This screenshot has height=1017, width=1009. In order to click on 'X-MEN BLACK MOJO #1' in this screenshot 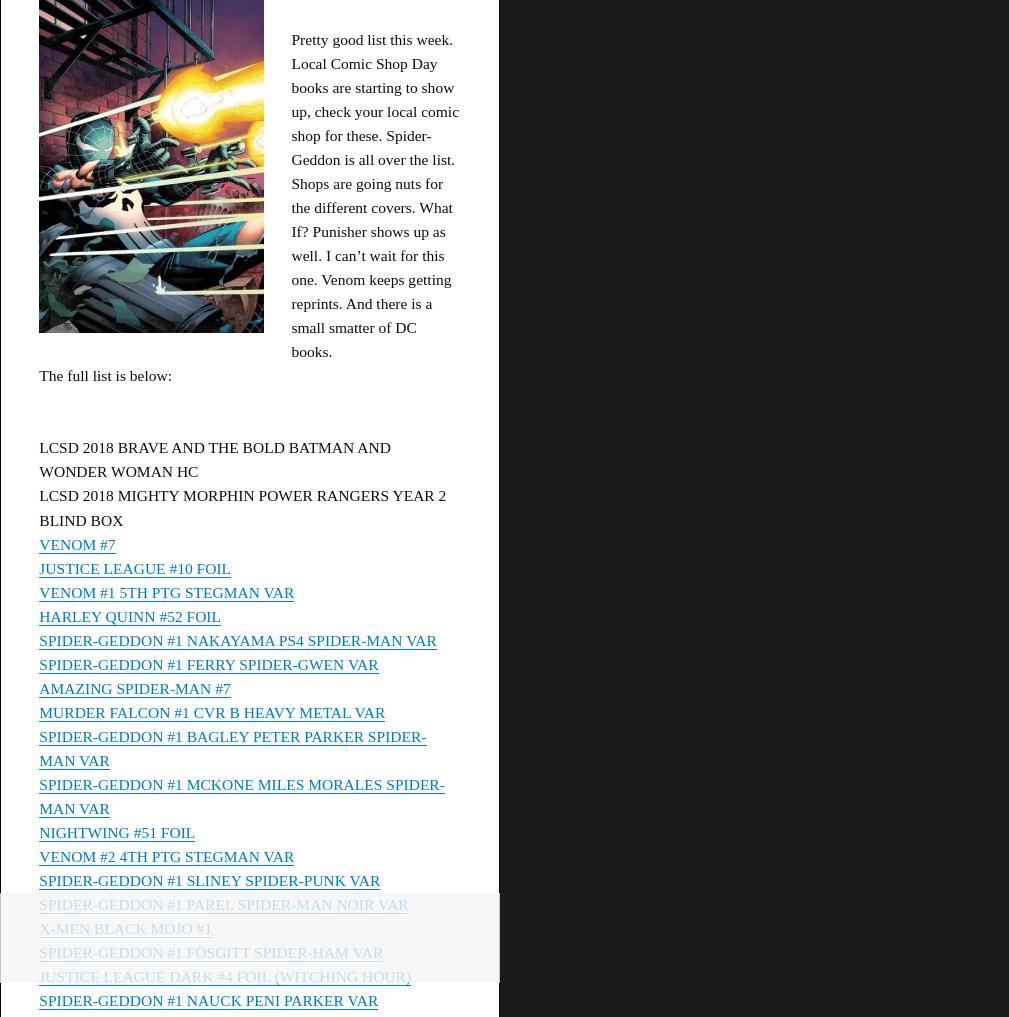, I will do `click(38, 927)`.